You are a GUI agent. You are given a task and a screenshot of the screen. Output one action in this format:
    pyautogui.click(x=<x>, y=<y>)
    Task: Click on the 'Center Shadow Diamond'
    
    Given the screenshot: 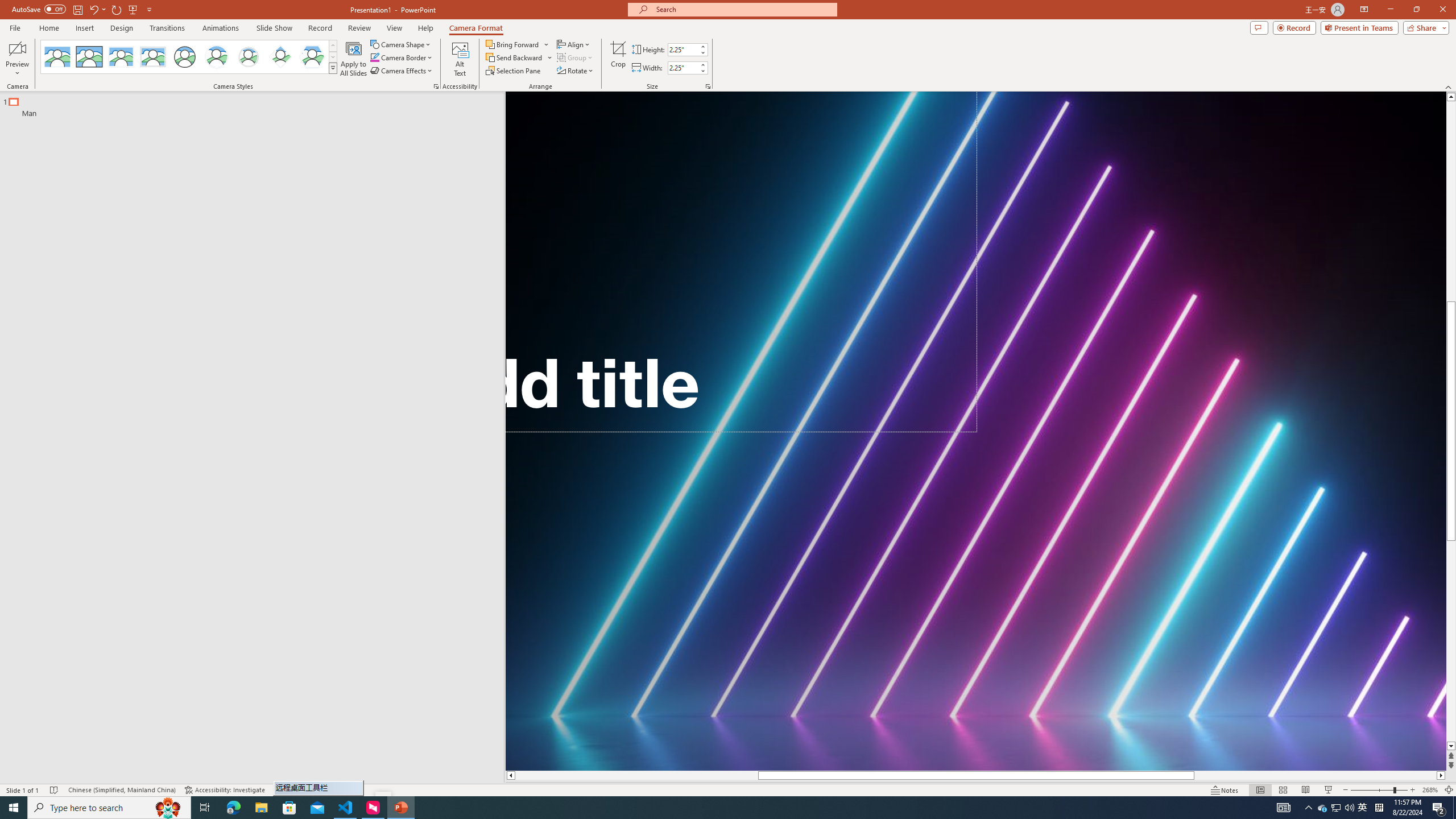 What is the action you would take?
    pyautogui.click(x=280, y=56)
    